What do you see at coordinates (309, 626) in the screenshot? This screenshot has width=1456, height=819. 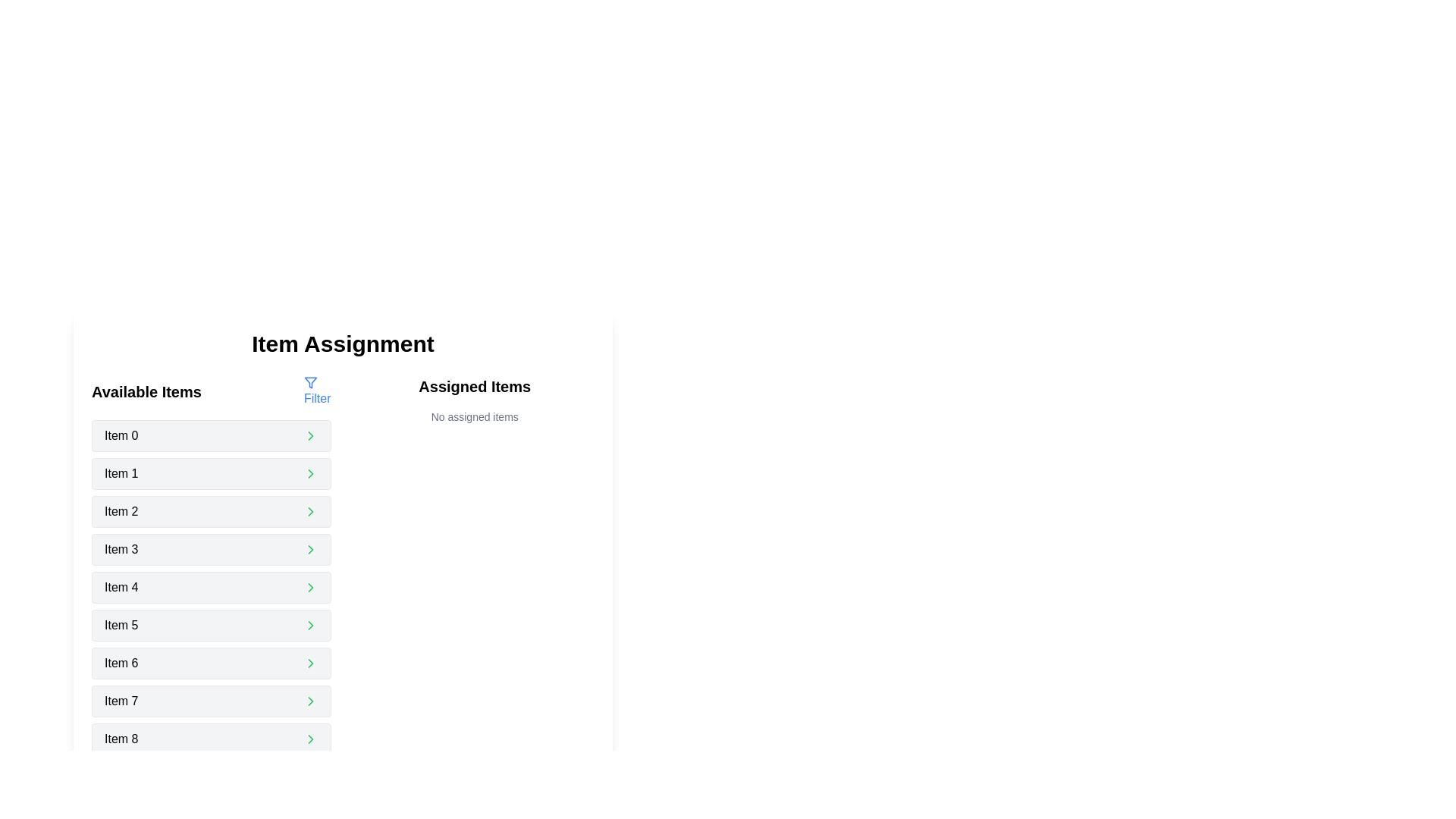 I see `the right-pointing green chevron icon located at the far-right edge of the 'Item 5' button` at bounding box center [309, 626].